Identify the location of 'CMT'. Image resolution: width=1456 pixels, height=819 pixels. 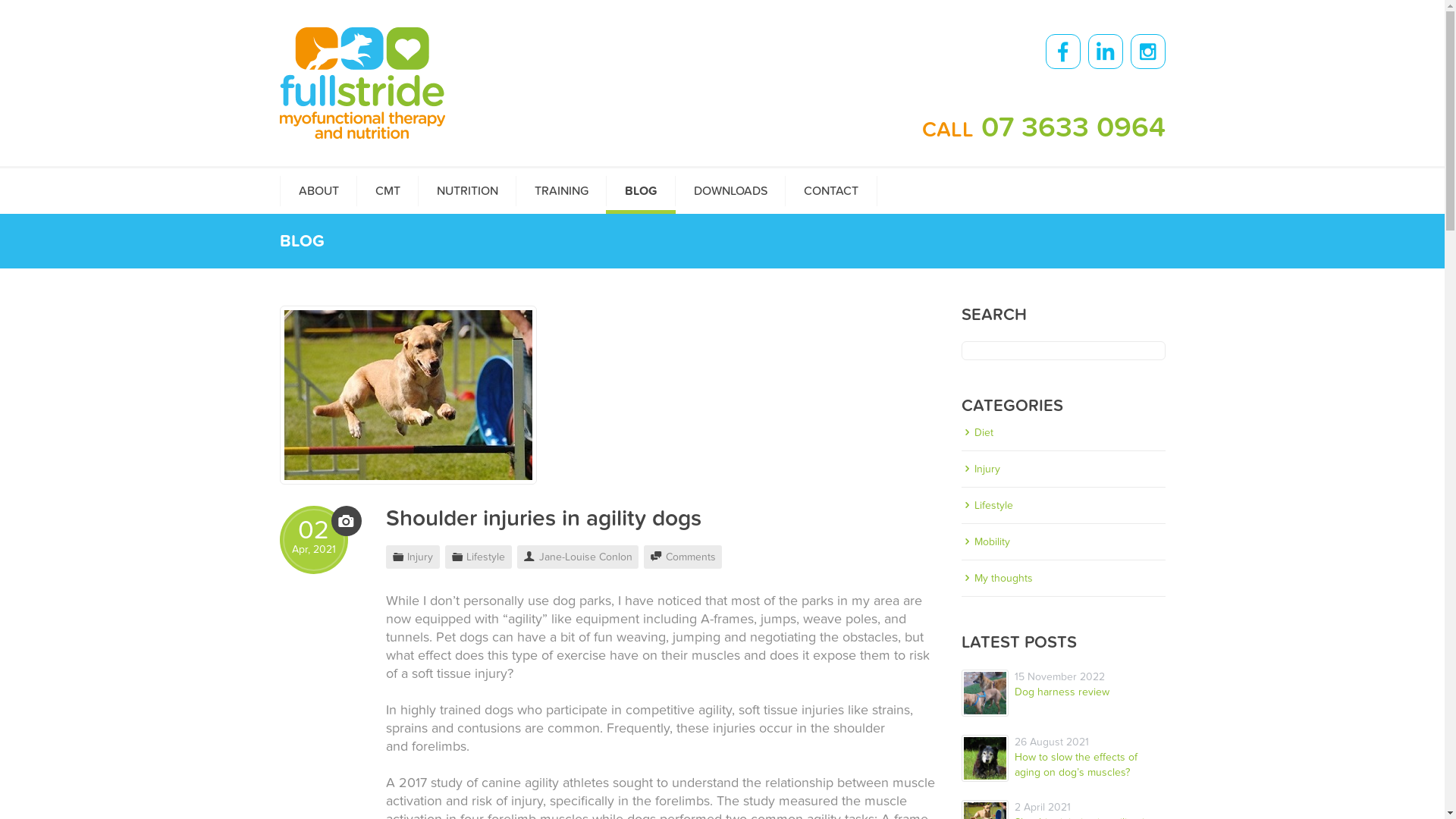
(387, 190).